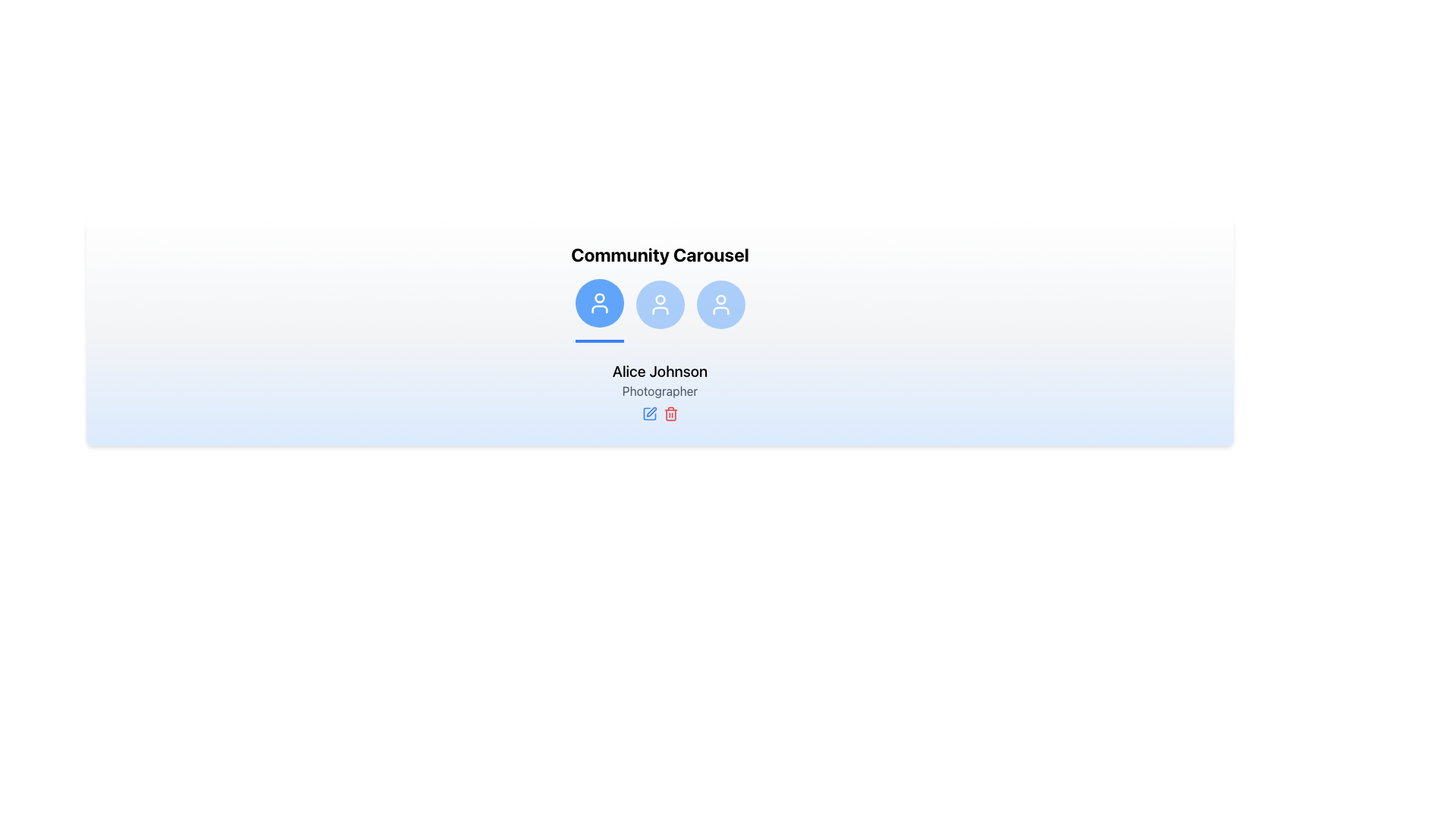  I want to click on the middle circular button located below the 'Community Carousel' title, so click(660, 304).